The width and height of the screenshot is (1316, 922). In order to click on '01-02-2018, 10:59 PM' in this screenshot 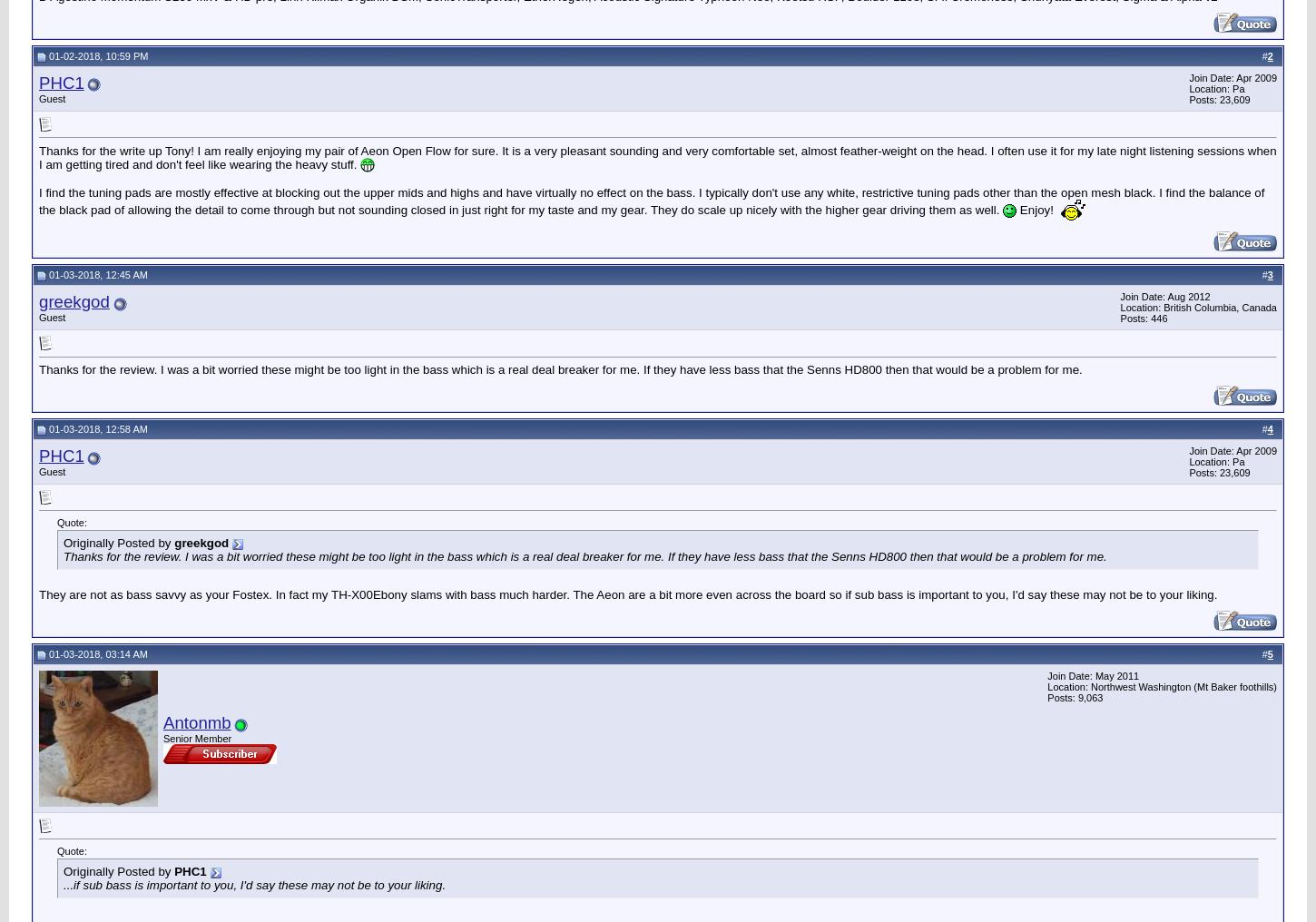, I will do `click(97, 54)`.